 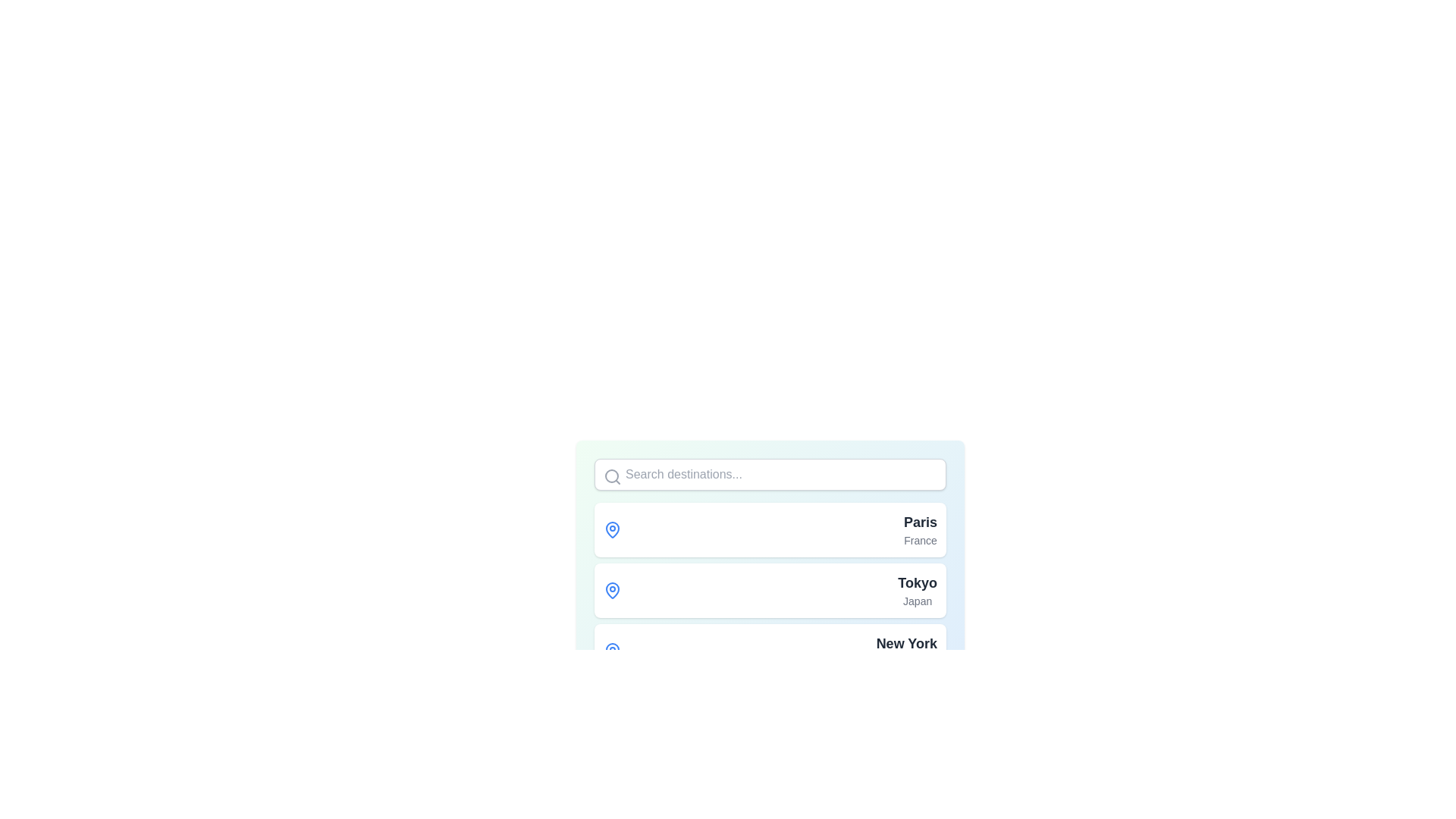 What do you see at coordinates (612, 529) in the screenshot?
I see `the geographic location icon for 'Paris, France', which is positioned to the left of the text in the first row of the destination list` at bounding box center [612, 529].